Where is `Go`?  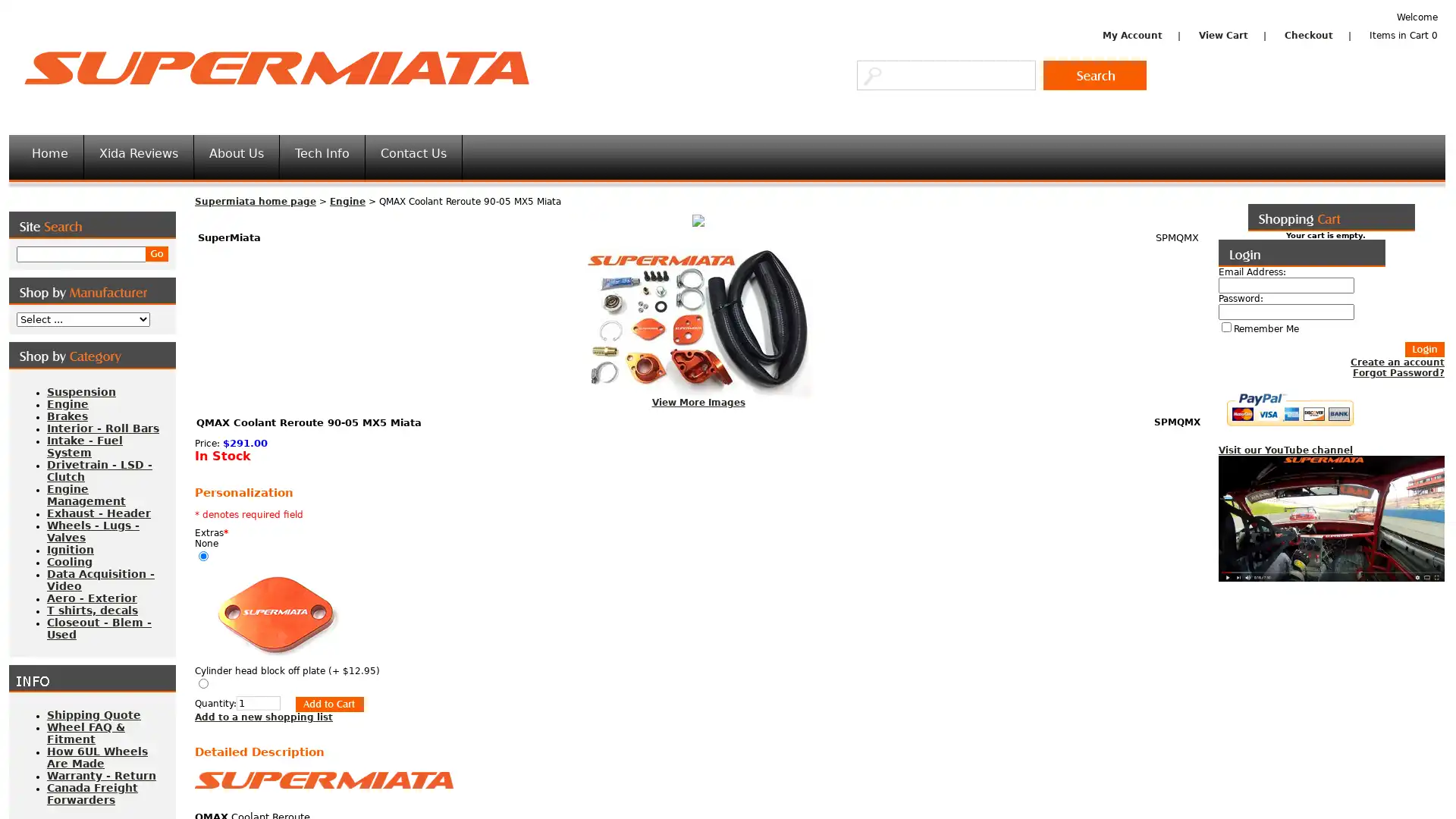
Go is located at coordinates (1095, 75).